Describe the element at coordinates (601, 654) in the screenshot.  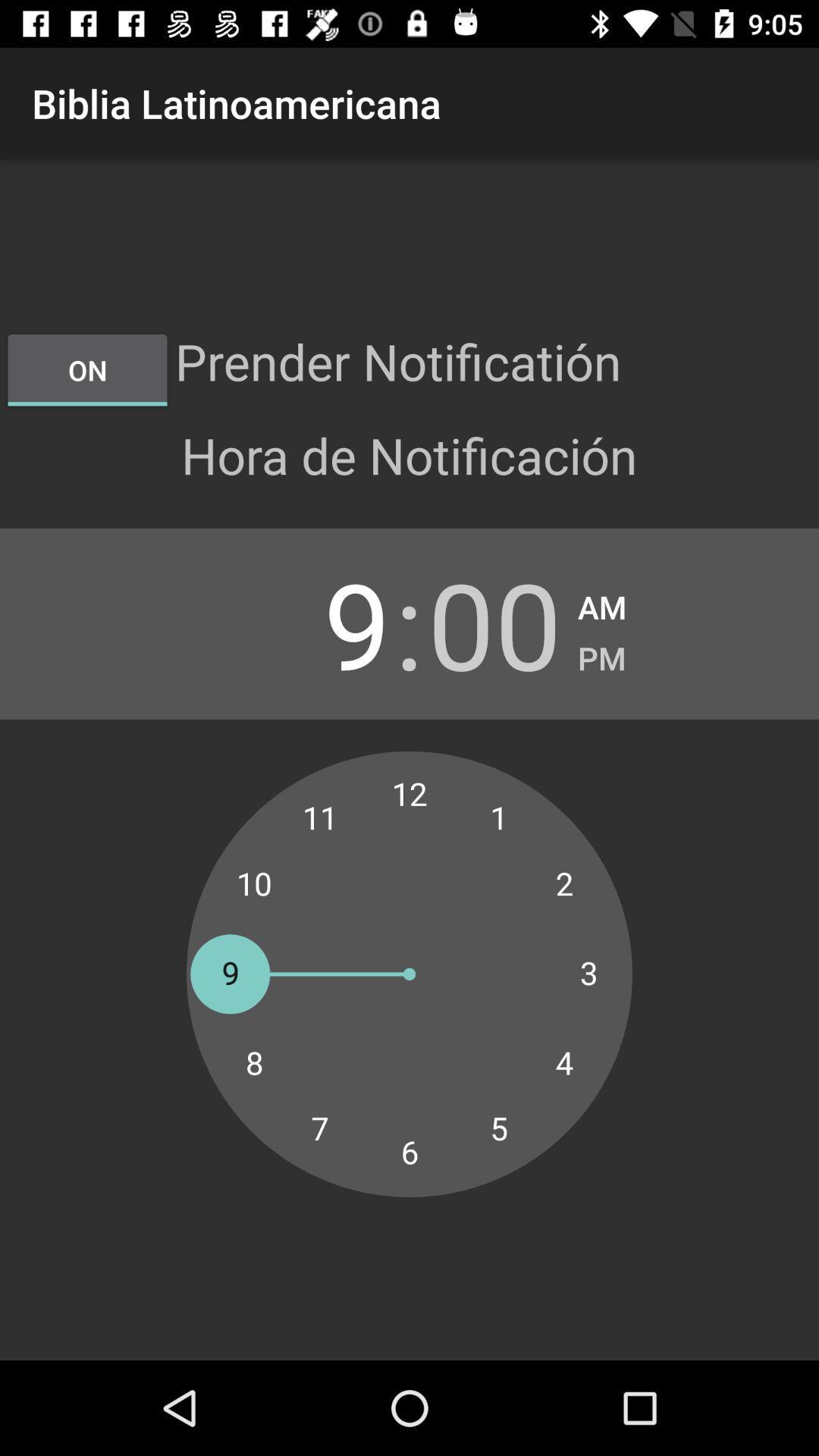
I see `the pm item` at that location.